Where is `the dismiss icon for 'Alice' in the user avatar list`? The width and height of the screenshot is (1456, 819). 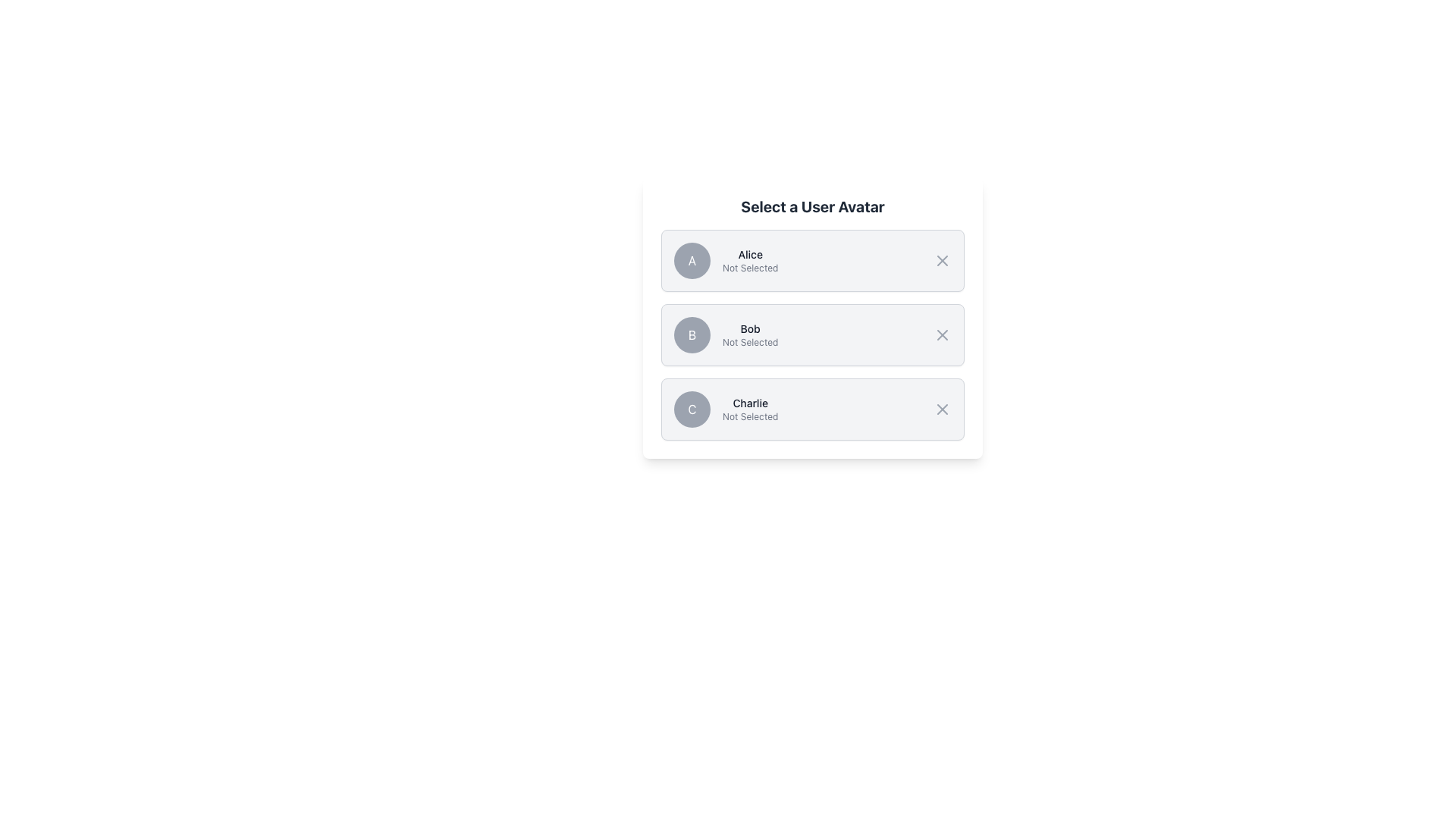 the dismiss icon for 'Alice' in the user avatar list is located at coordinates (942, 259).